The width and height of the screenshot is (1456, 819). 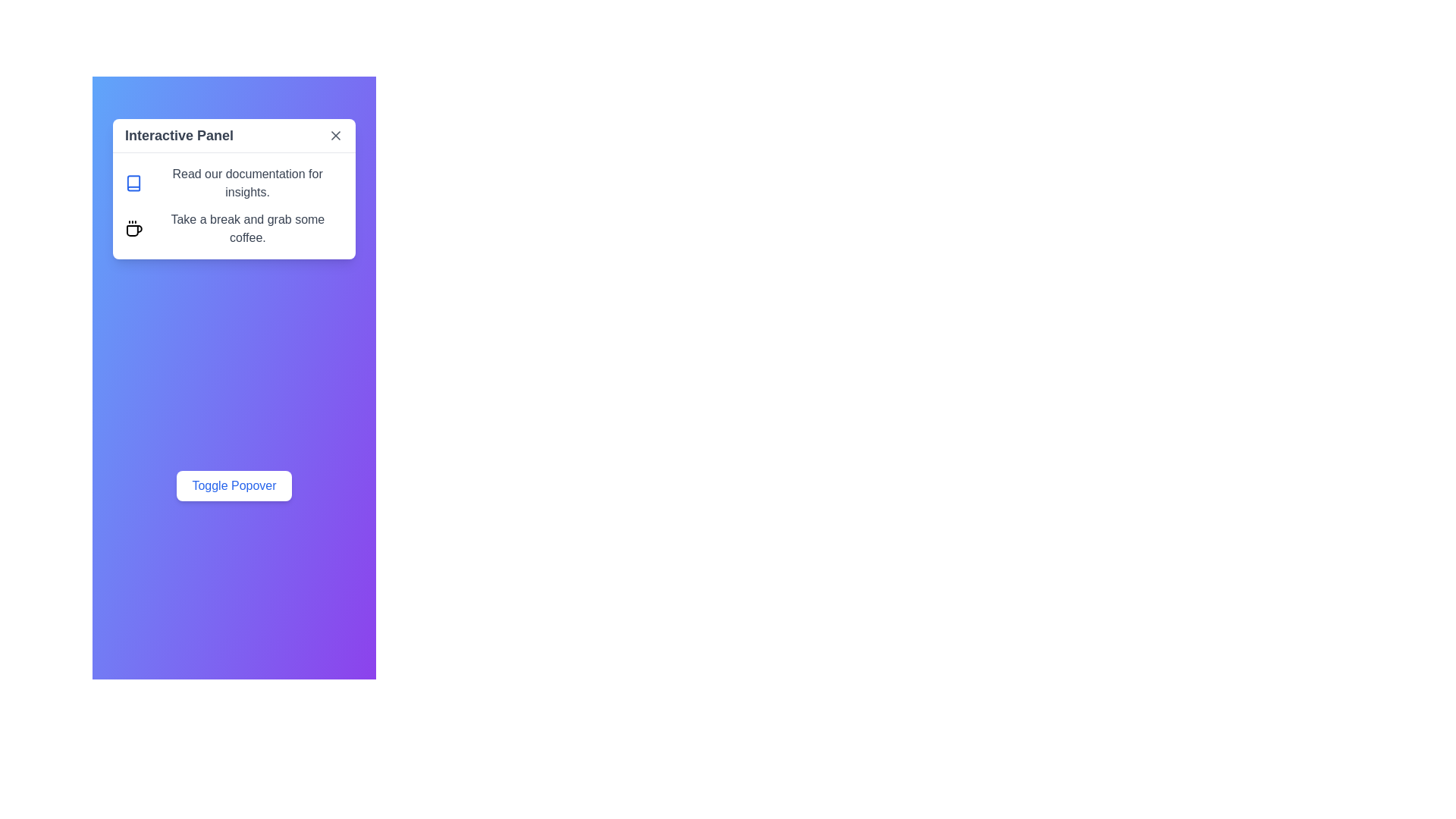 What do you see at coordinates (247, 183) in the screenshot?
I see `the text element displaying 'Read our documentation for insights.' styled in gray, located to the right of a blue book icon within the 'Interactive Panel.'` at bounding box center [247, 183].